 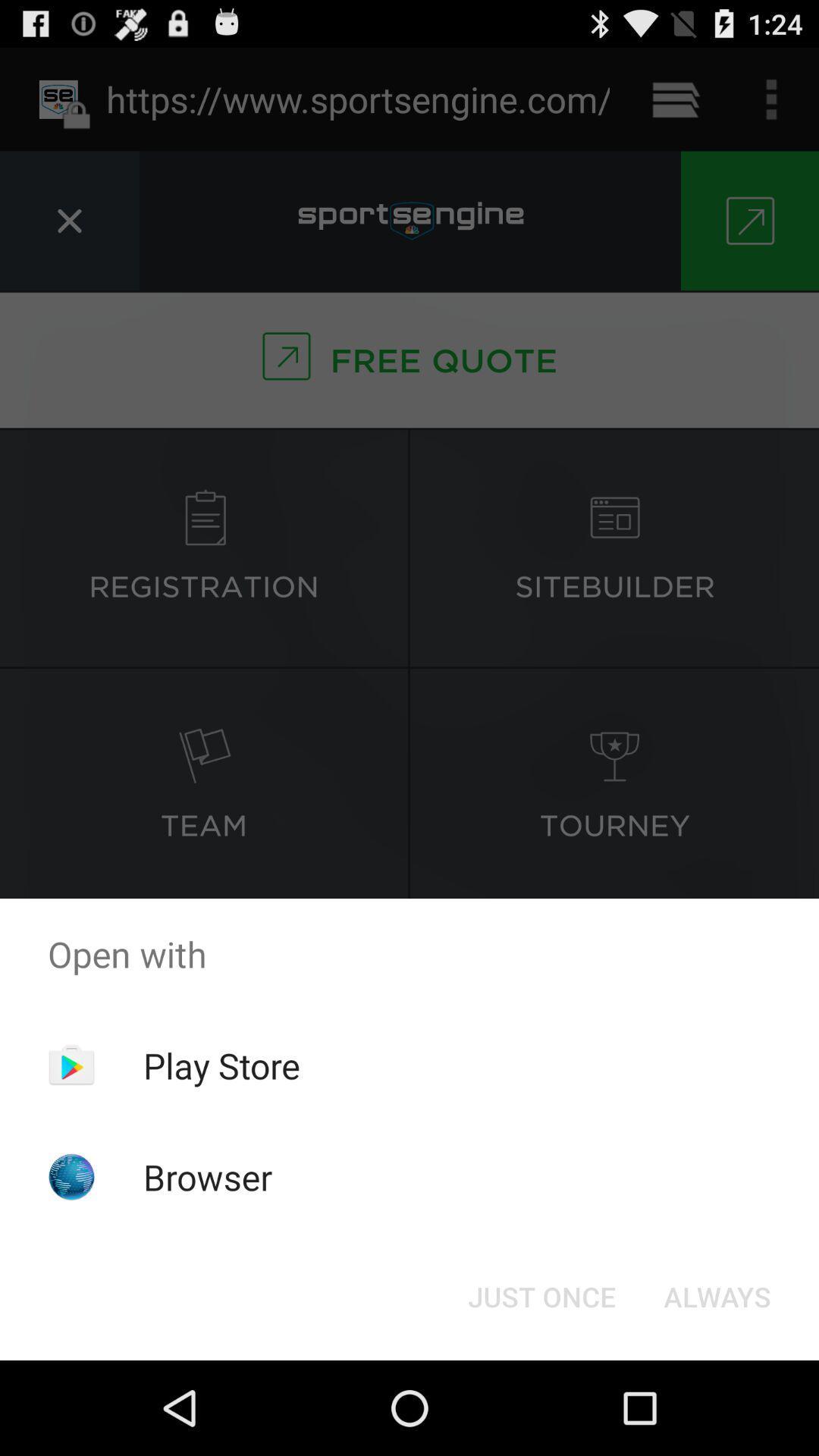 What do you see at coordinates (208, 1176) in the screenshot?
I see `the item below play store app` at bounding box center [208, 1176].